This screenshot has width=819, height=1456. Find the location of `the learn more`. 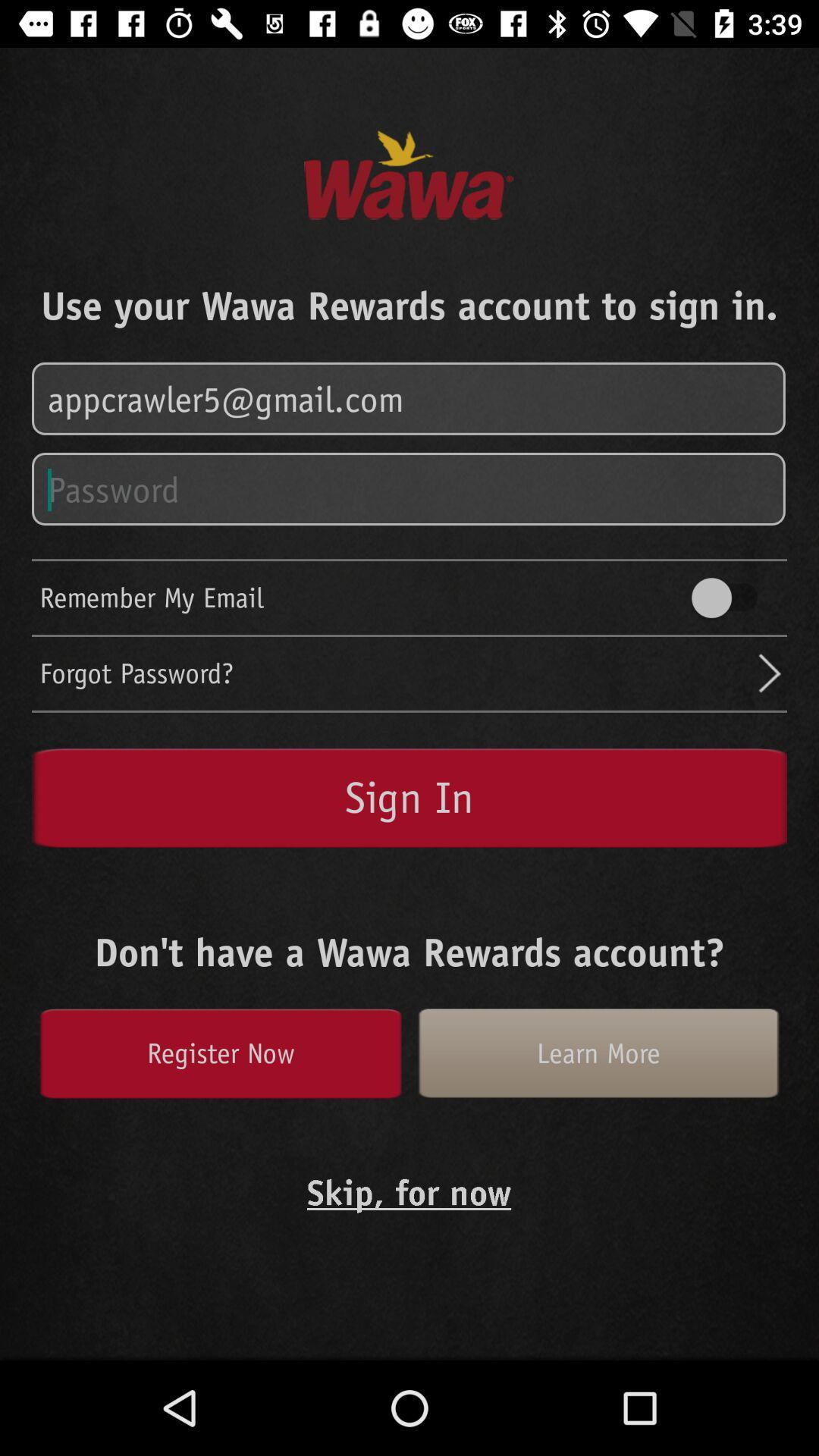

the learn more is located at coordinates (598, 1053).